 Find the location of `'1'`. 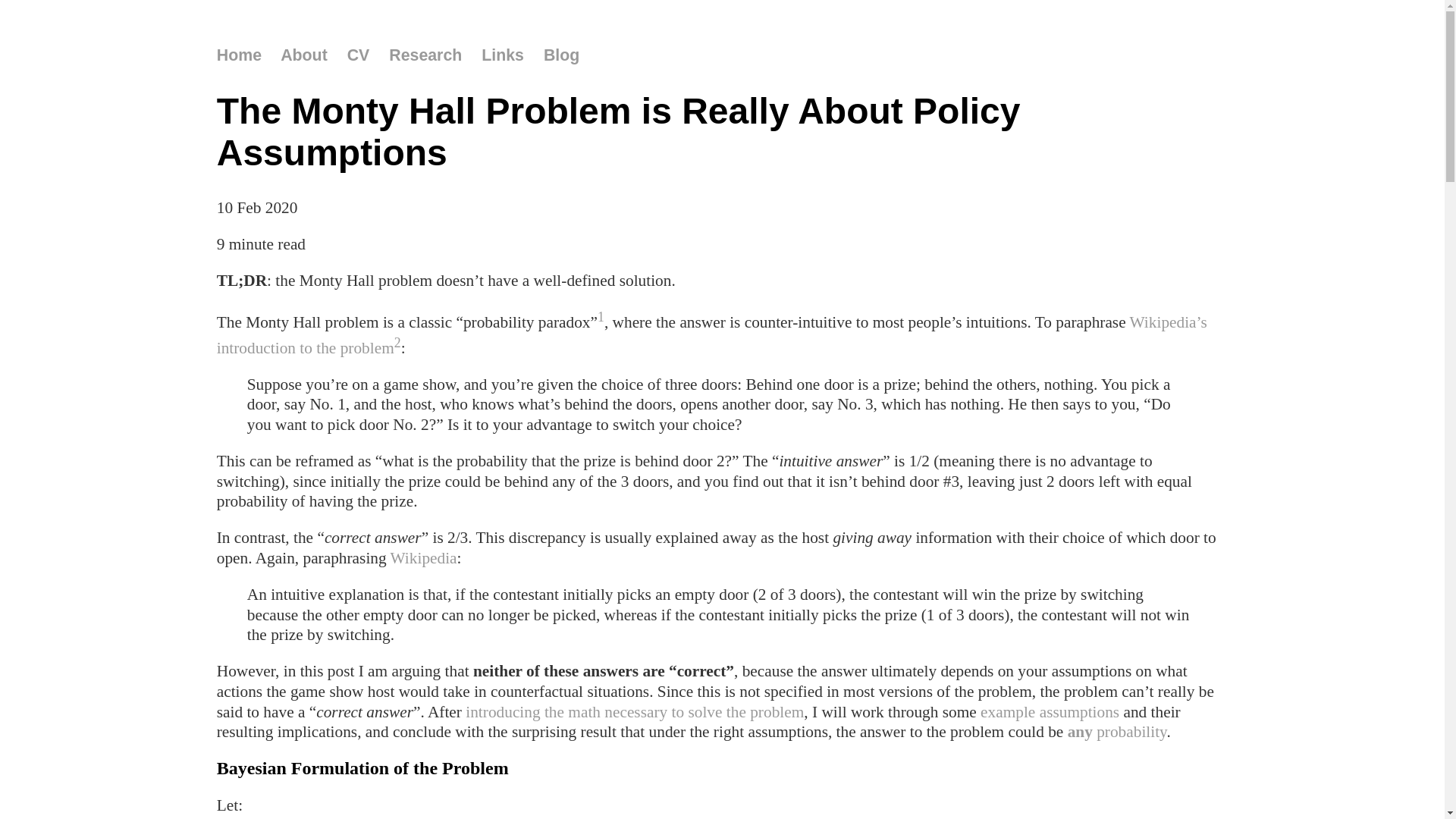

'1' is located at coordinates (600, 315).